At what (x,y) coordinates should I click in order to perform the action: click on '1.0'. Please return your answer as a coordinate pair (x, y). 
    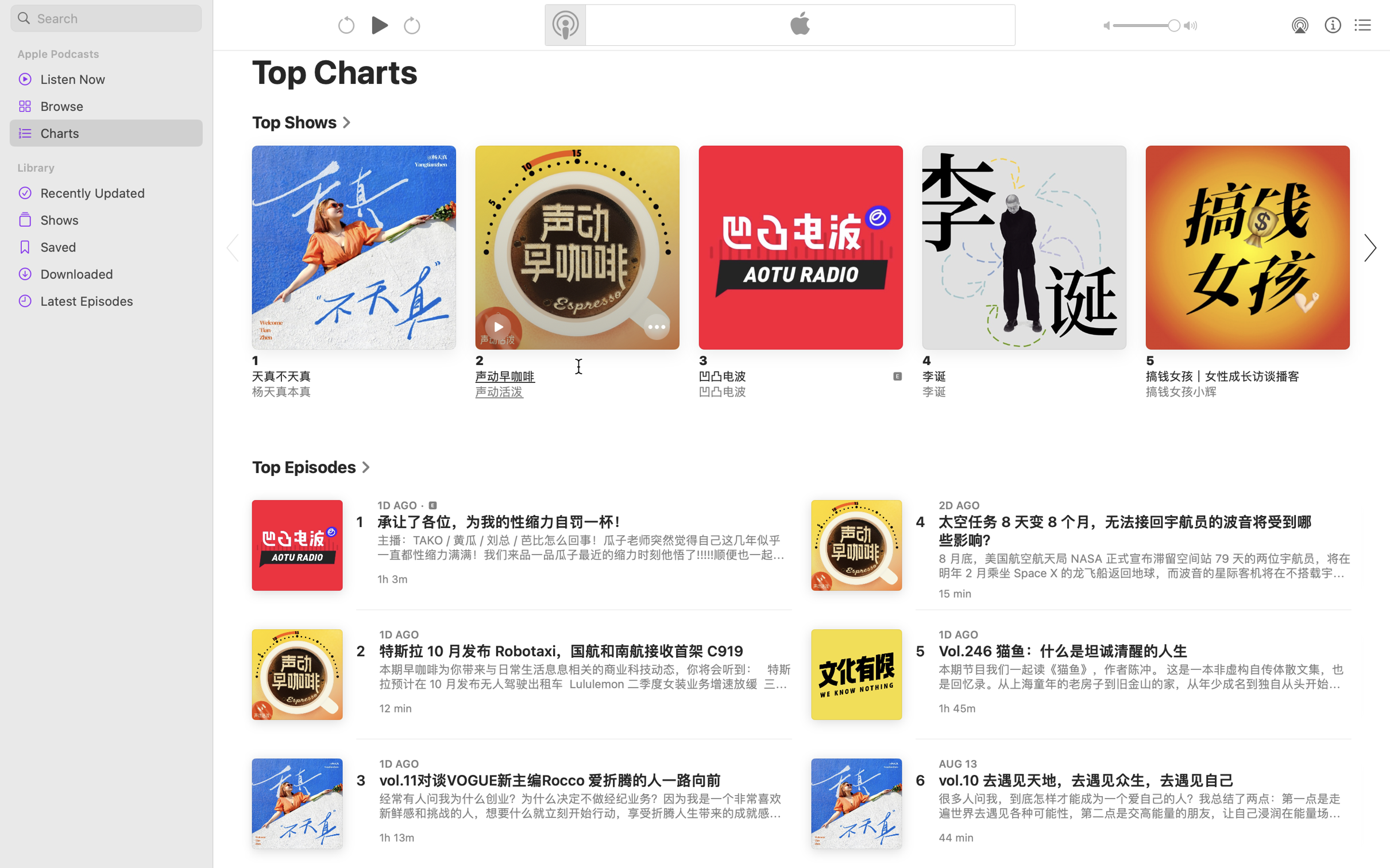
    Looking at the image, I should click on (1146, 25).